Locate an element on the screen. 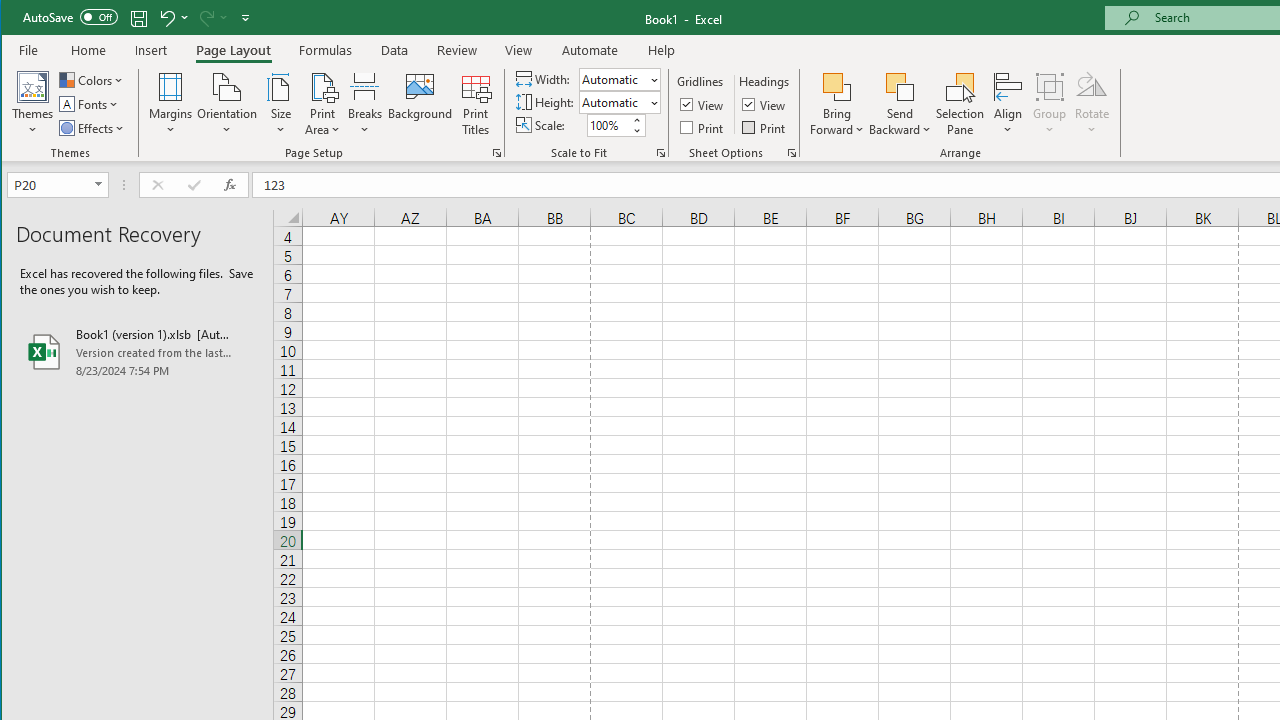 The width and height of the screenshot is (1280, 720). 'Less' is located at coordinates (635, 130).